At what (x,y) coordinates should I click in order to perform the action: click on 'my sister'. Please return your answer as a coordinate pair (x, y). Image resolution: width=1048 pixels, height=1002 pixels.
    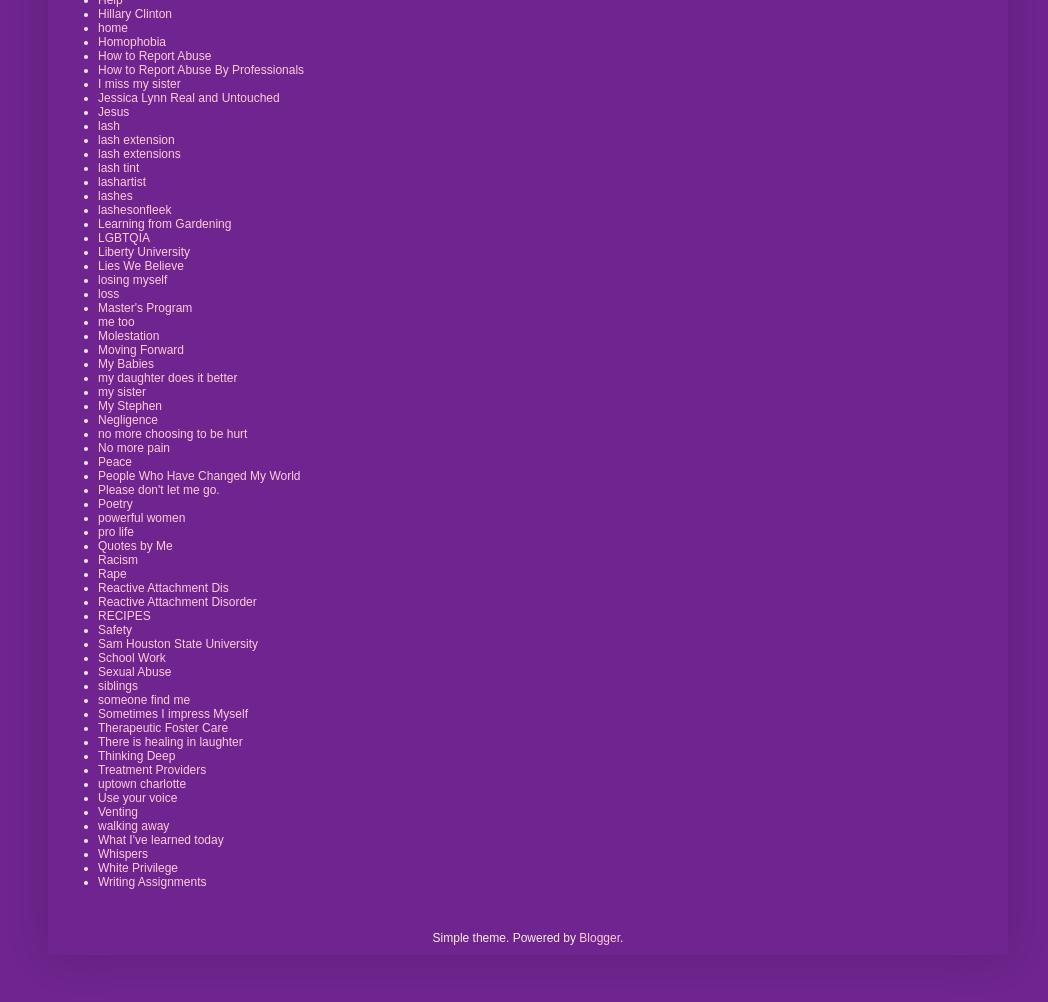
    Looking at the image, I should click on (96, 390).